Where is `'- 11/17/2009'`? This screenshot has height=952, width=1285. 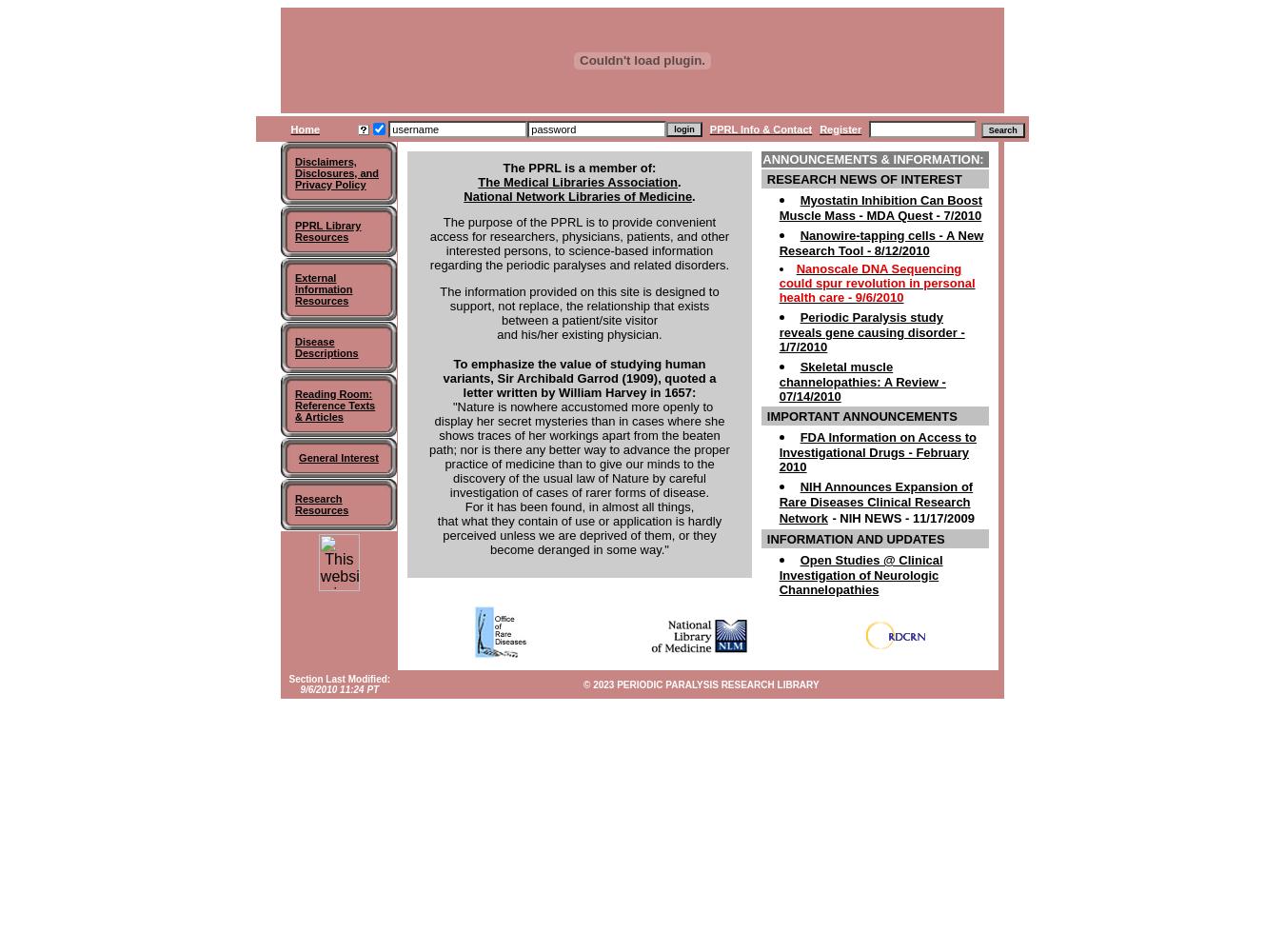 '- 11/17/2009' is located at coordinates (902, 518).